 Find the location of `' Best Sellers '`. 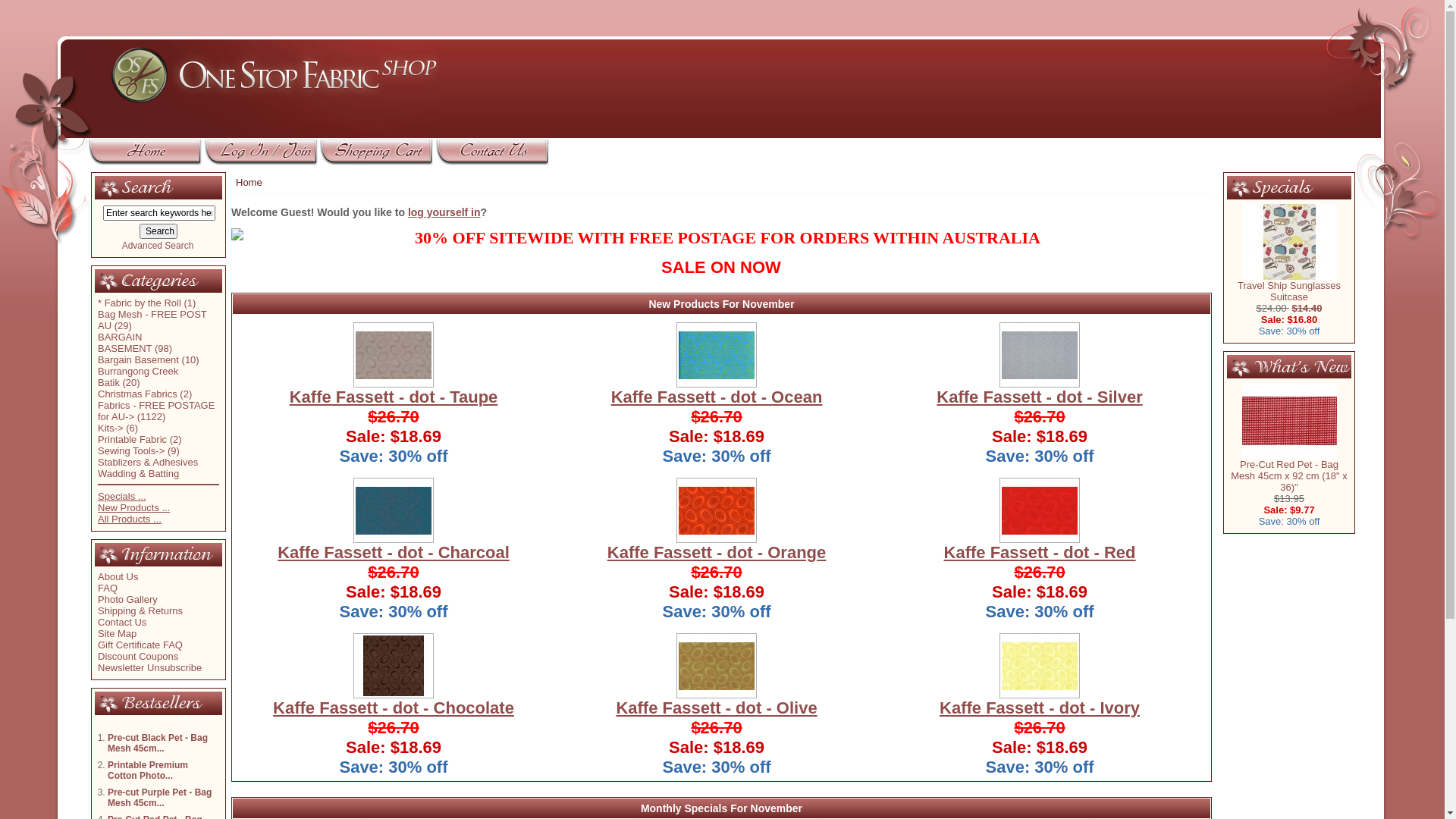

' Best Sellers ' is located at coordinates (93, 703).